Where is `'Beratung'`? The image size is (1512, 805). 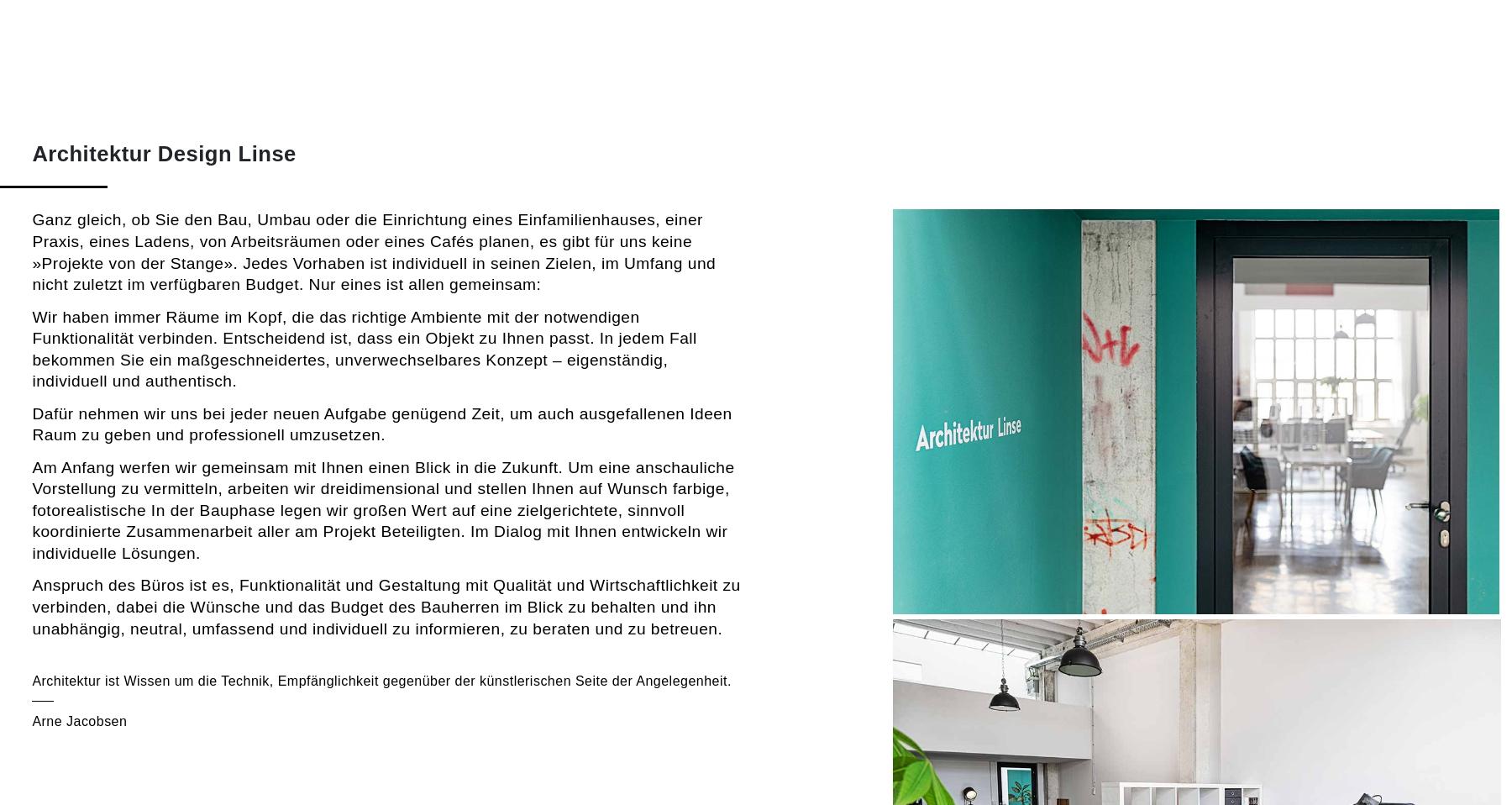
'Beratung' is located at coordinates (1076, 66).